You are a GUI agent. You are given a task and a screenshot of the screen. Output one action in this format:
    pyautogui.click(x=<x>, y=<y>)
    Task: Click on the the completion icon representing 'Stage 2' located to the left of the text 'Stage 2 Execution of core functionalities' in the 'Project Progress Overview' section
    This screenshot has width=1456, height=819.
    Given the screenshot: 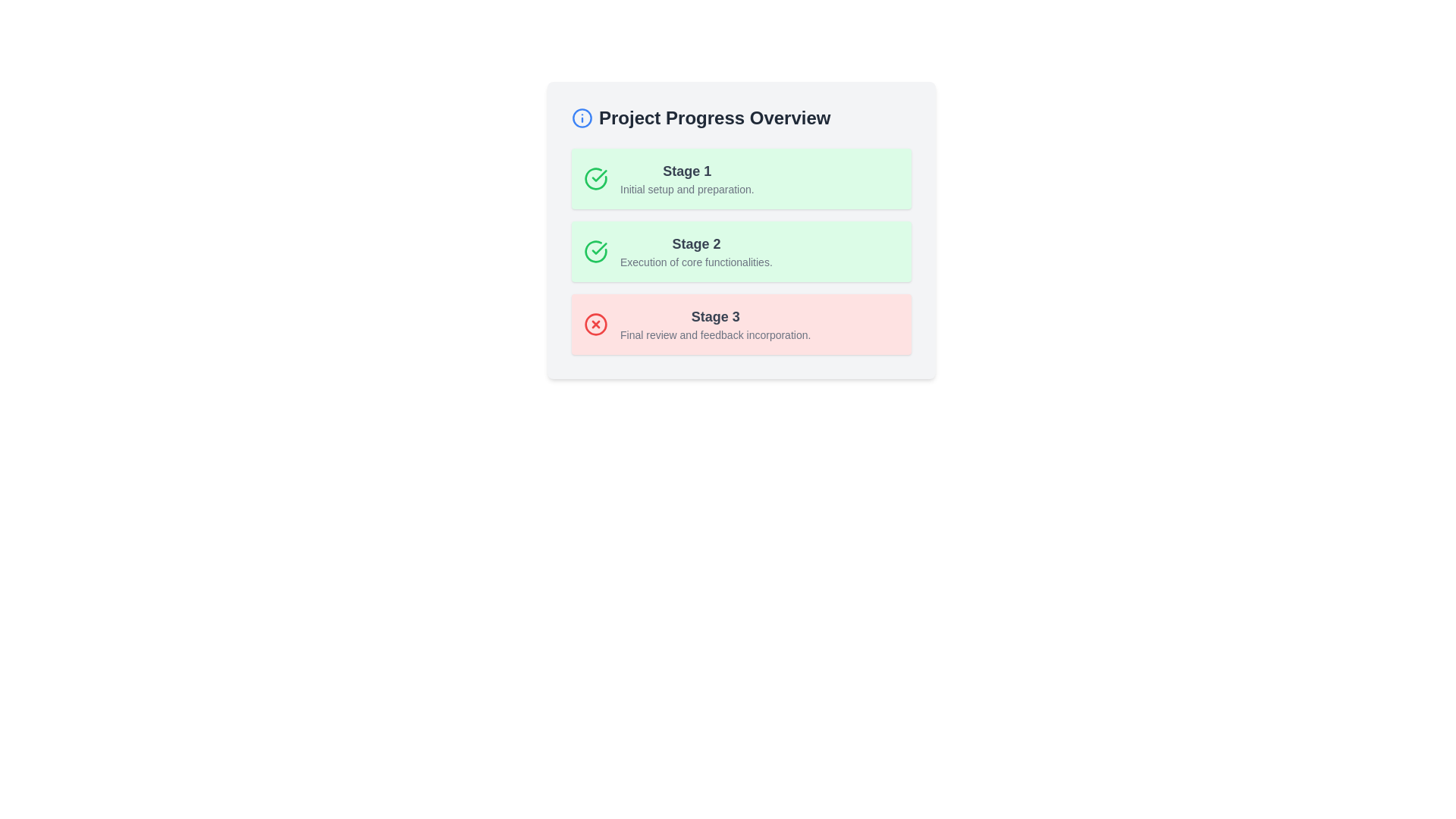 What is the action you would take?
    pyautogui.click(x=595, y=250)
    